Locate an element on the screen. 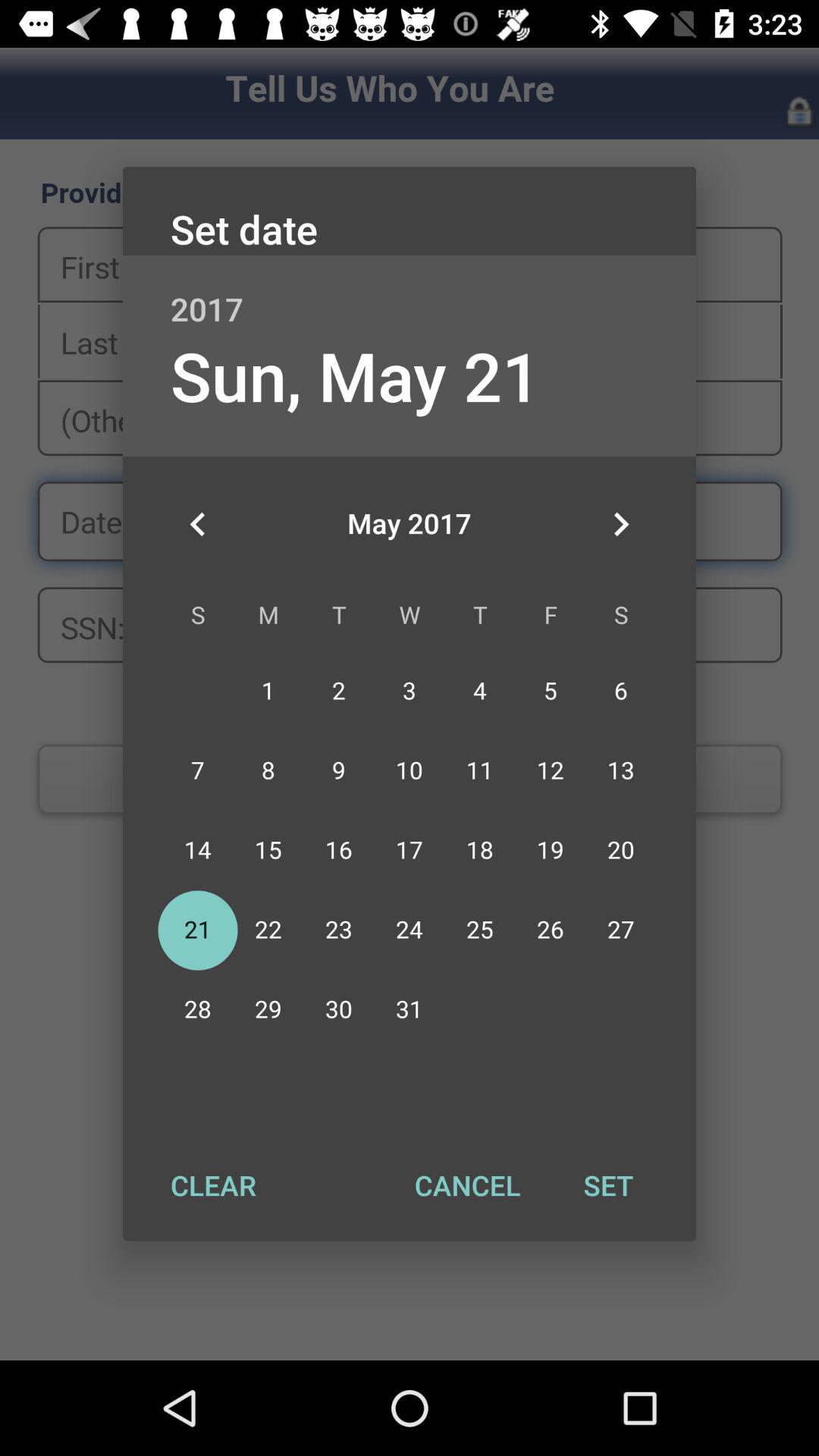  the icon next to cancel item is located at coordinates (213, 1185).